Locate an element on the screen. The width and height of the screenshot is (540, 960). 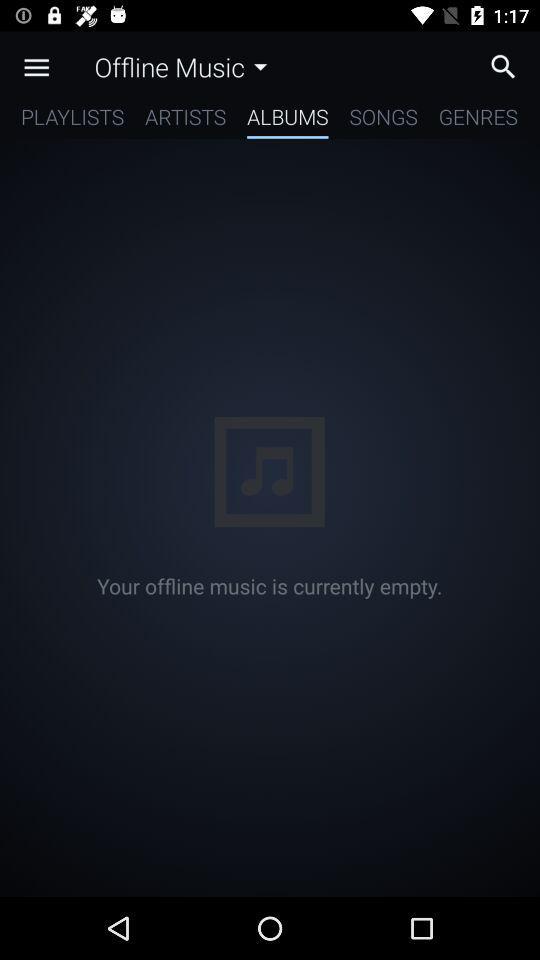
app above playlists app is located at coordinates (36, 67).